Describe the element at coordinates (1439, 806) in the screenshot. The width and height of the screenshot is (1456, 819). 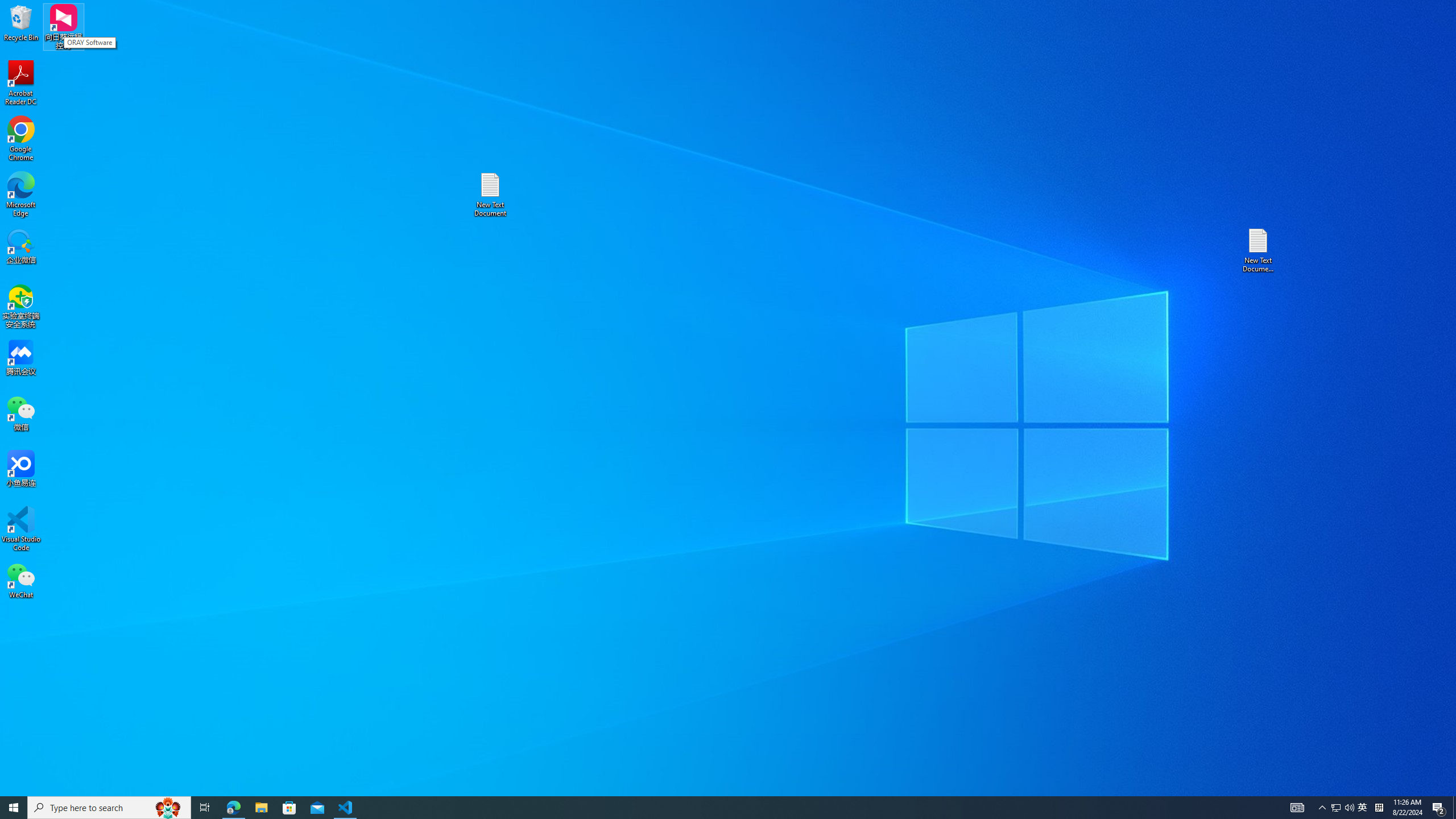
I see `'Action Center, 2 new notifications'` at that location.